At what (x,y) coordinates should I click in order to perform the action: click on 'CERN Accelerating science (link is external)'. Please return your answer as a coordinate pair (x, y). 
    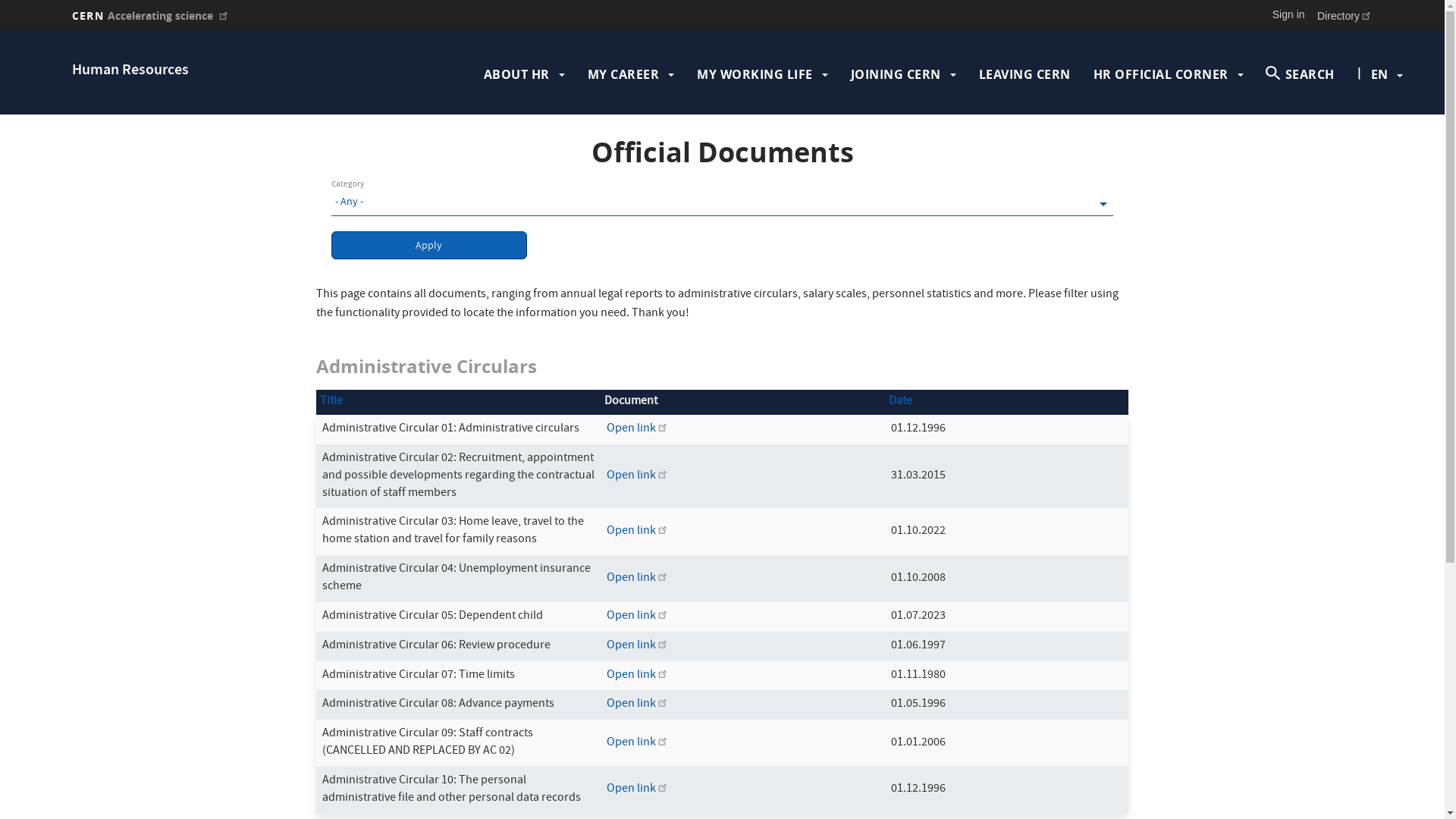
    Looking at the image, I should click on (150, 14).